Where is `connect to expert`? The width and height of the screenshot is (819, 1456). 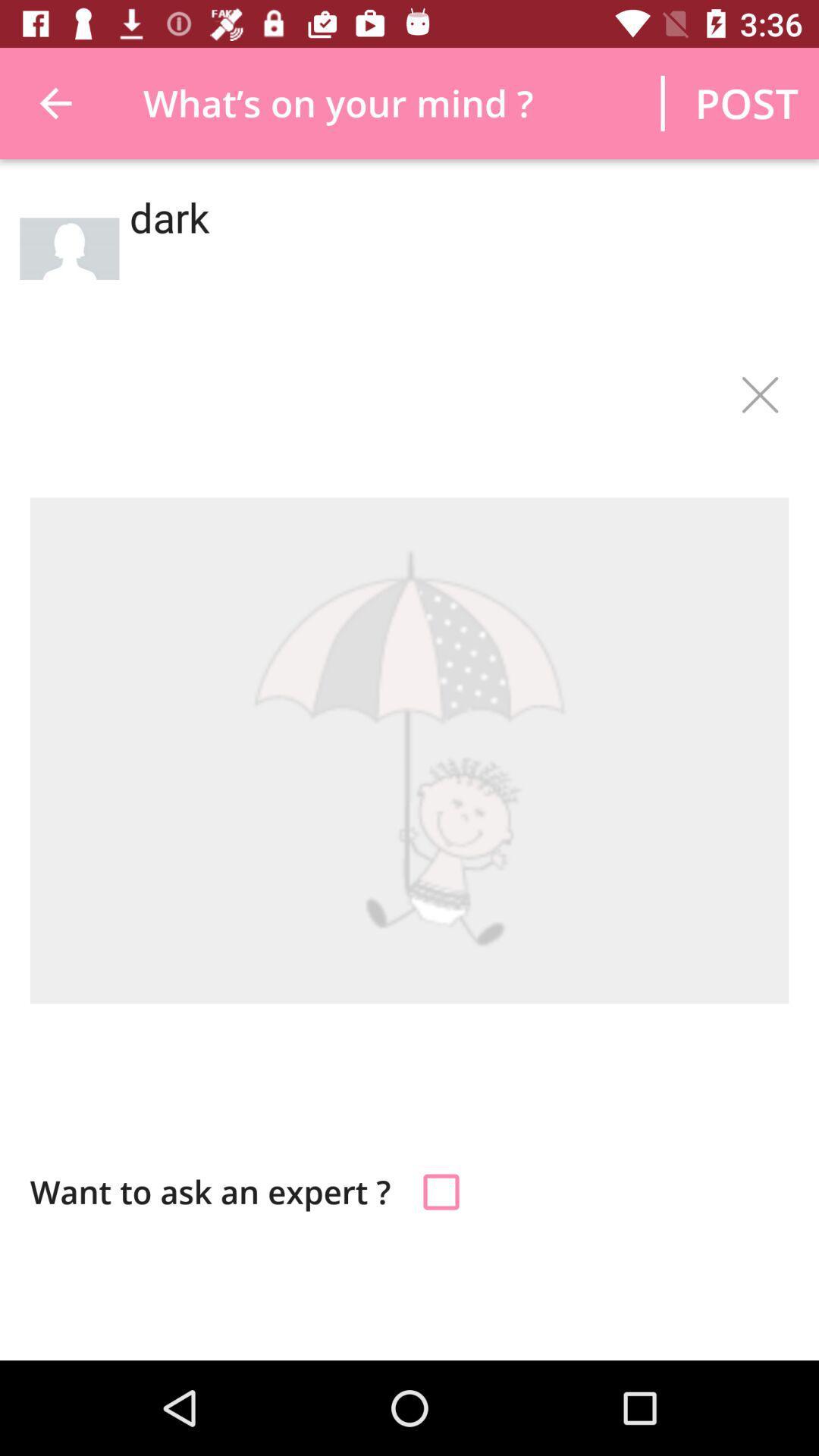 connect to expert is located at coordinates (441, 1191).